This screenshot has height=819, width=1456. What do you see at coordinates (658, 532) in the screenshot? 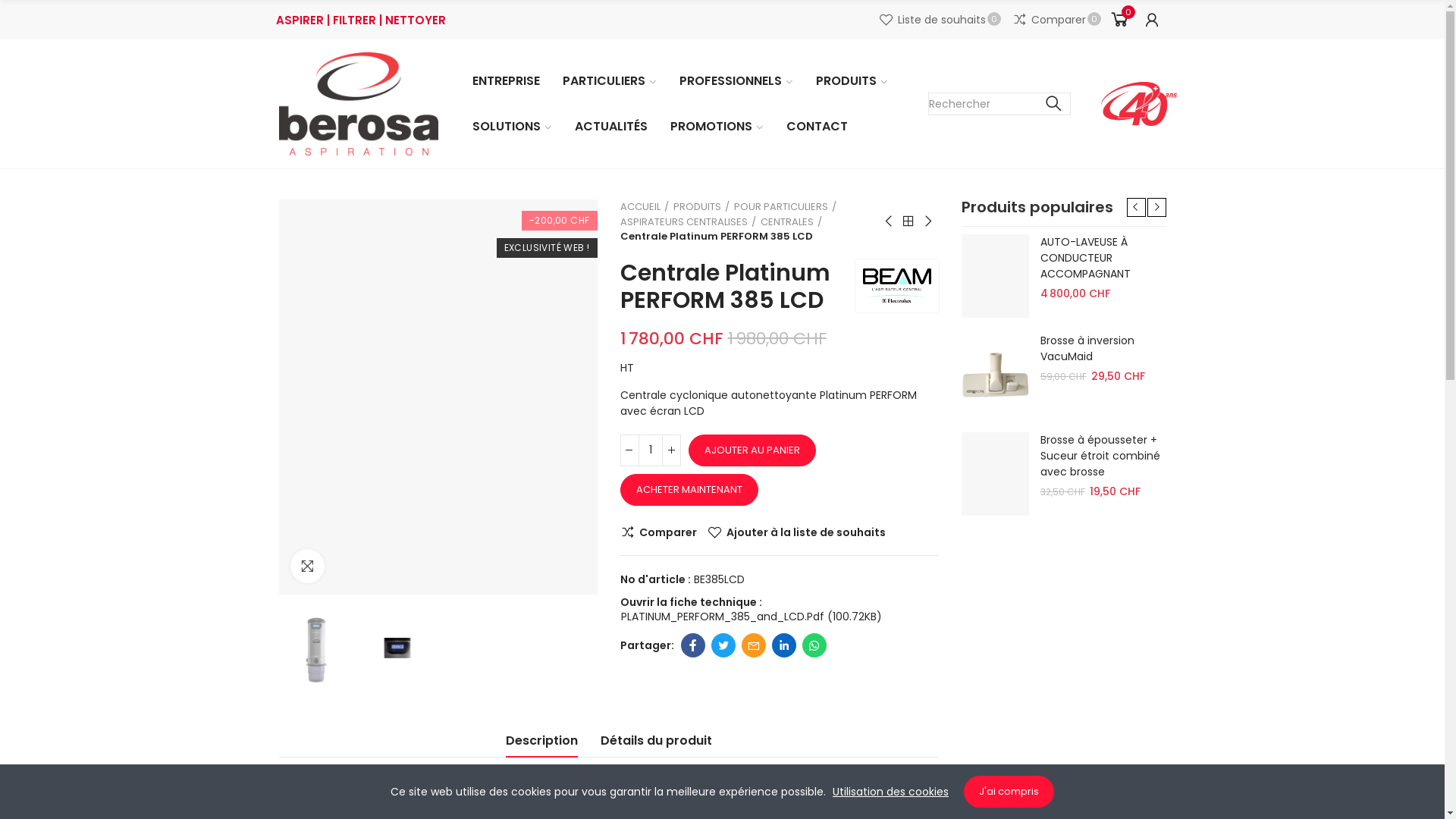
I see `'Comparer'` at bounding box center [658, 532].